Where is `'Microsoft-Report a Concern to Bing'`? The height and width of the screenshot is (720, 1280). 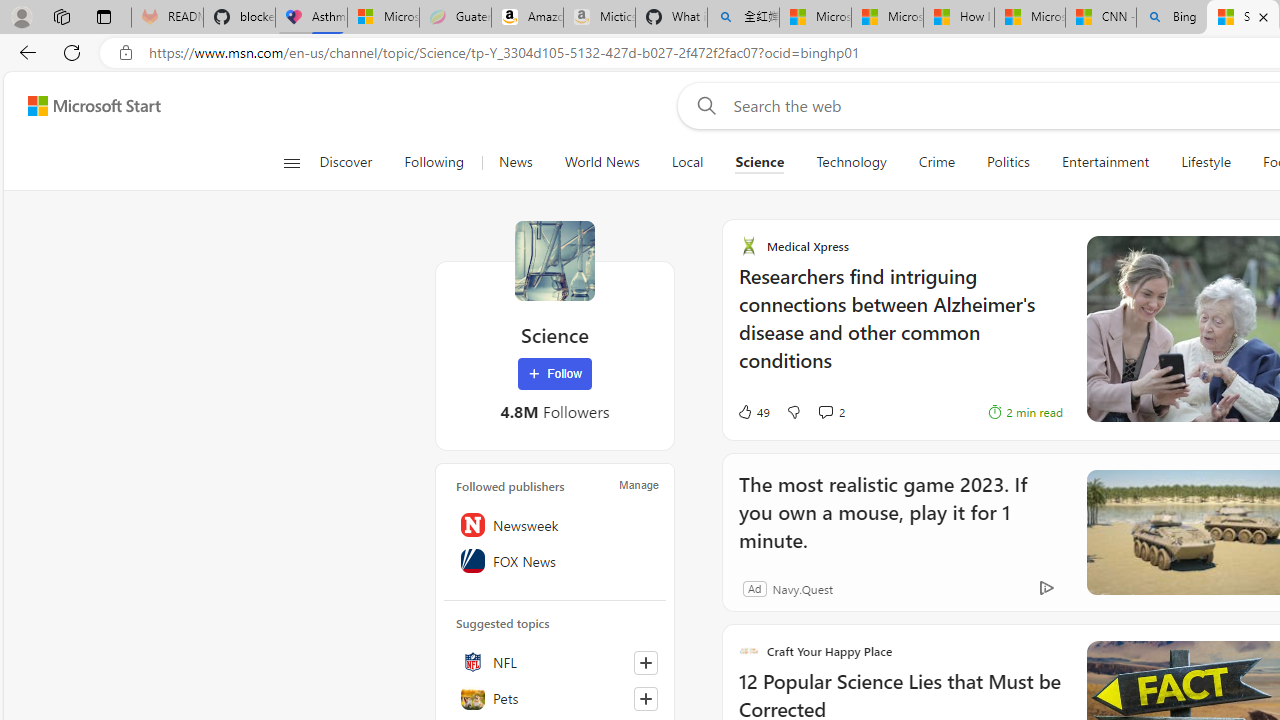
'Microsoft-Report a Concern to Bing' is located at coordinates (383, 17).